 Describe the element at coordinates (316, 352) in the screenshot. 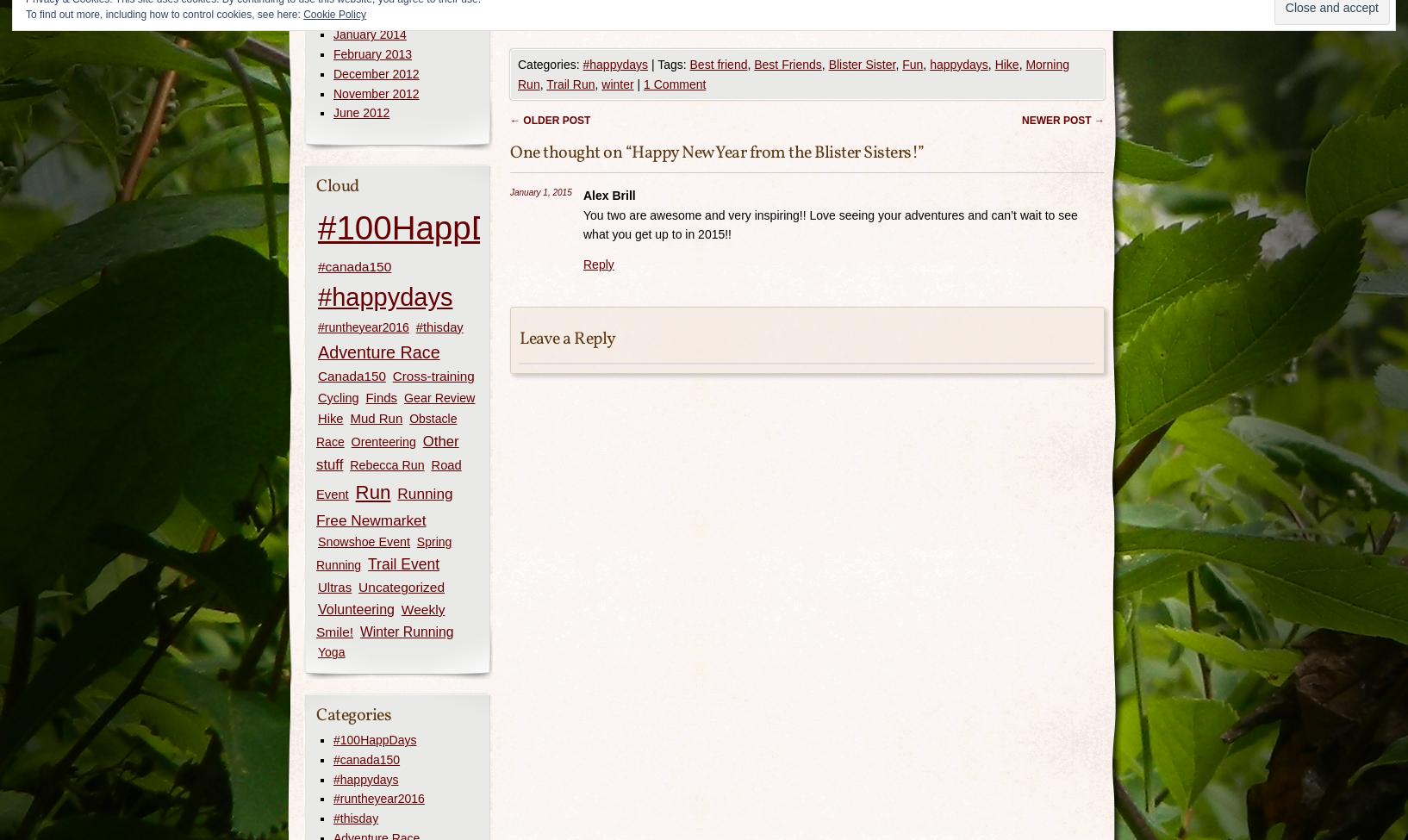

I see `'Adventure Race'` at that location.